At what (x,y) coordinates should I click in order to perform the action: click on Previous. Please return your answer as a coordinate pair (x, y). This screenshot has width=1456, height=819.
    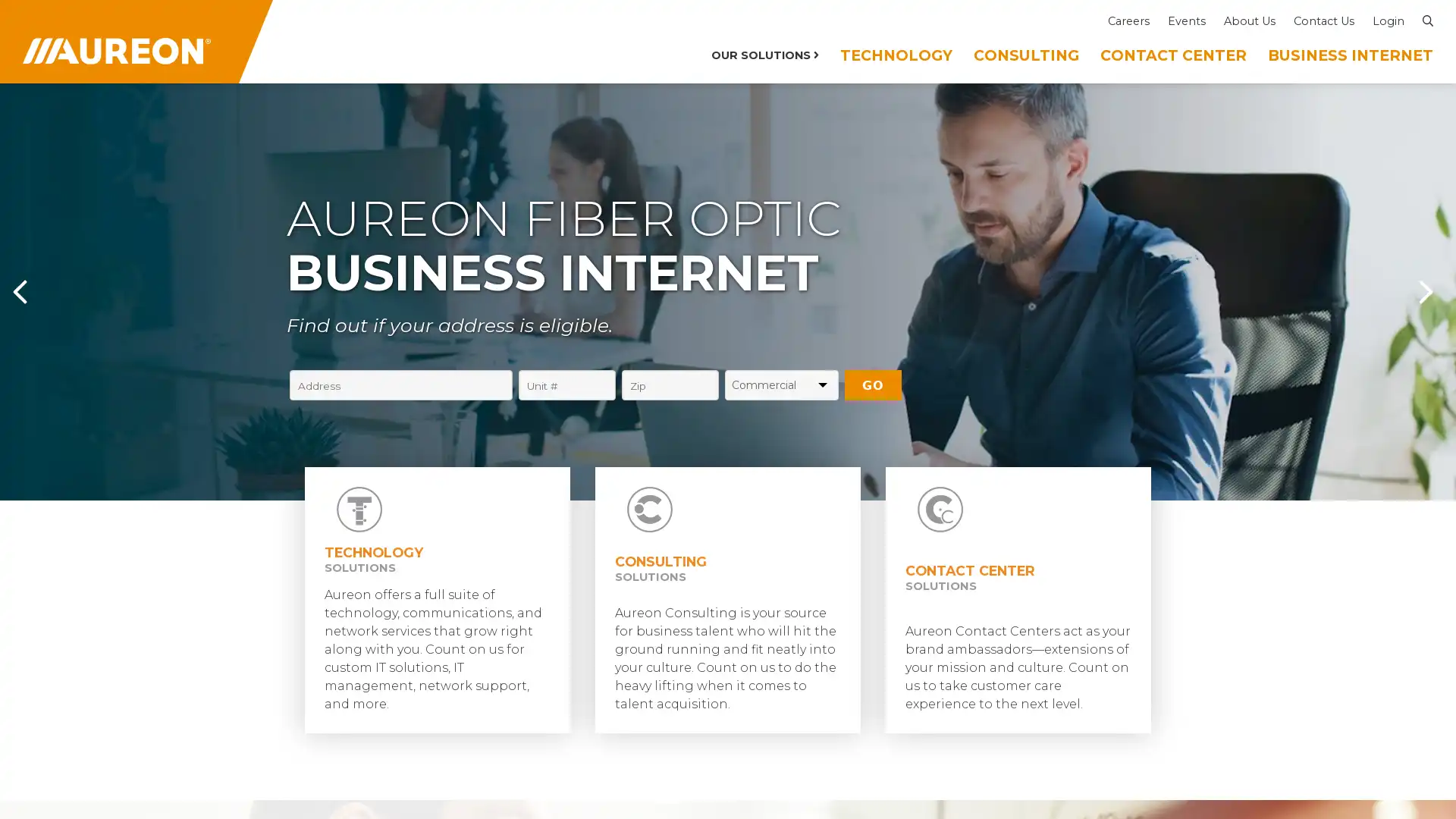
    Looking at the image, I should click on (25, 292).